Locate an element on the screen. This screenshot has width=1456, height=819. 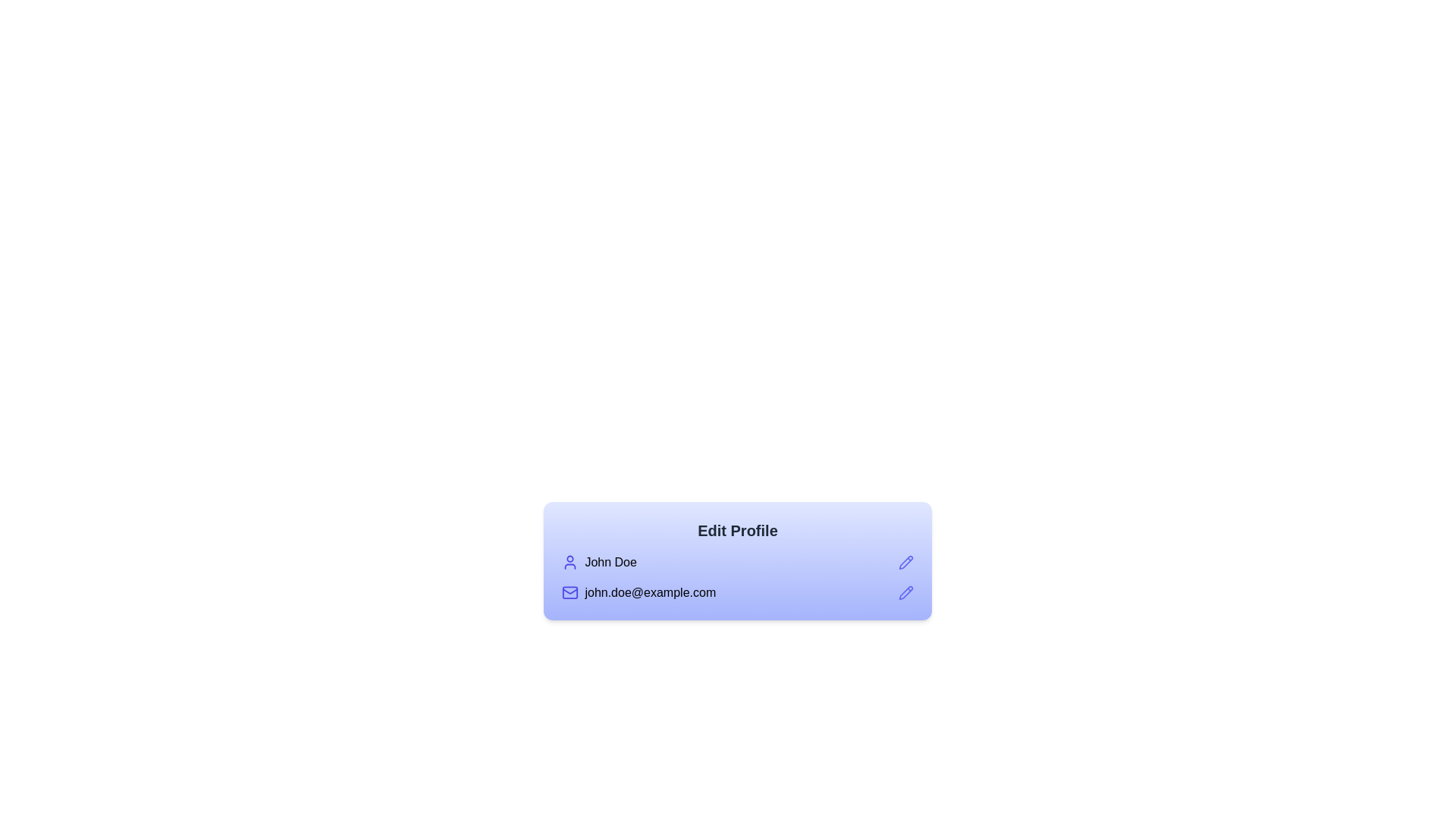
the blue pencil-shaped icon located at the bottom-right corner of the 'Edit Profile' panel to initiate an edit action is located at coordinates (906, 592).